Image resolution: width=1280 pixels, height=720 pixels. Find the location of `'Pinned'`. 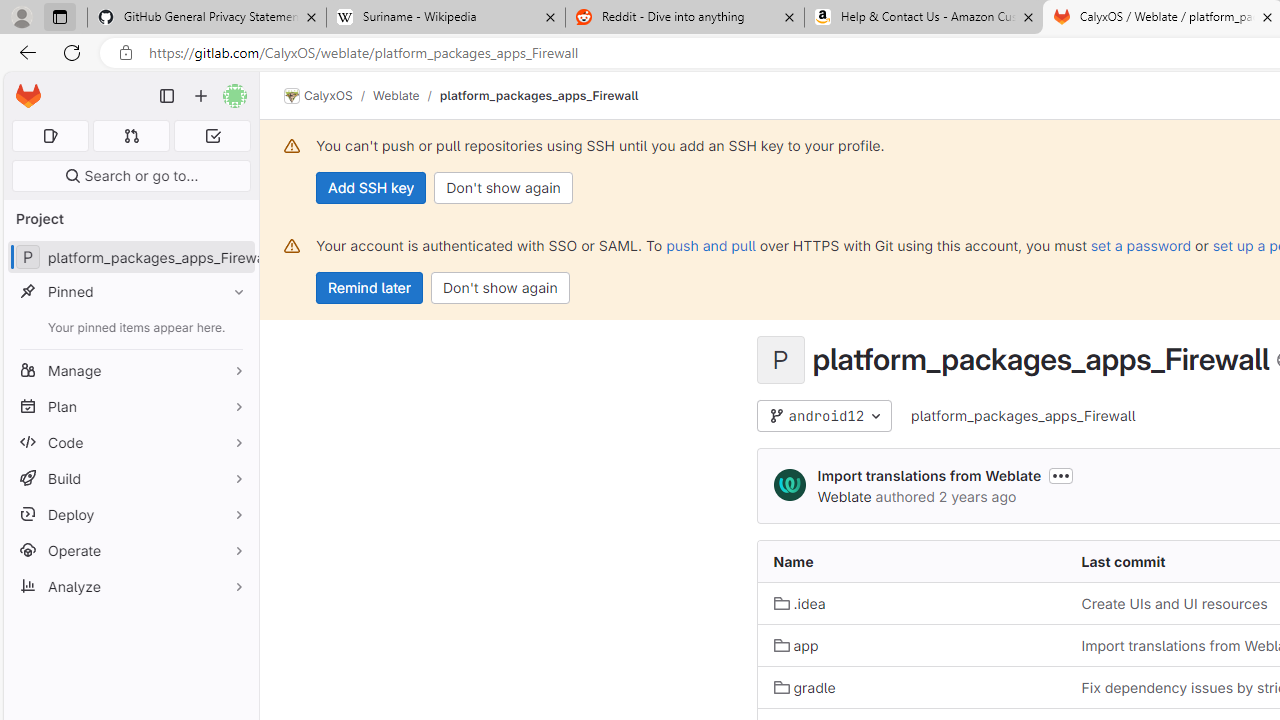

'Pinned' is located at coordinates (130, 291).